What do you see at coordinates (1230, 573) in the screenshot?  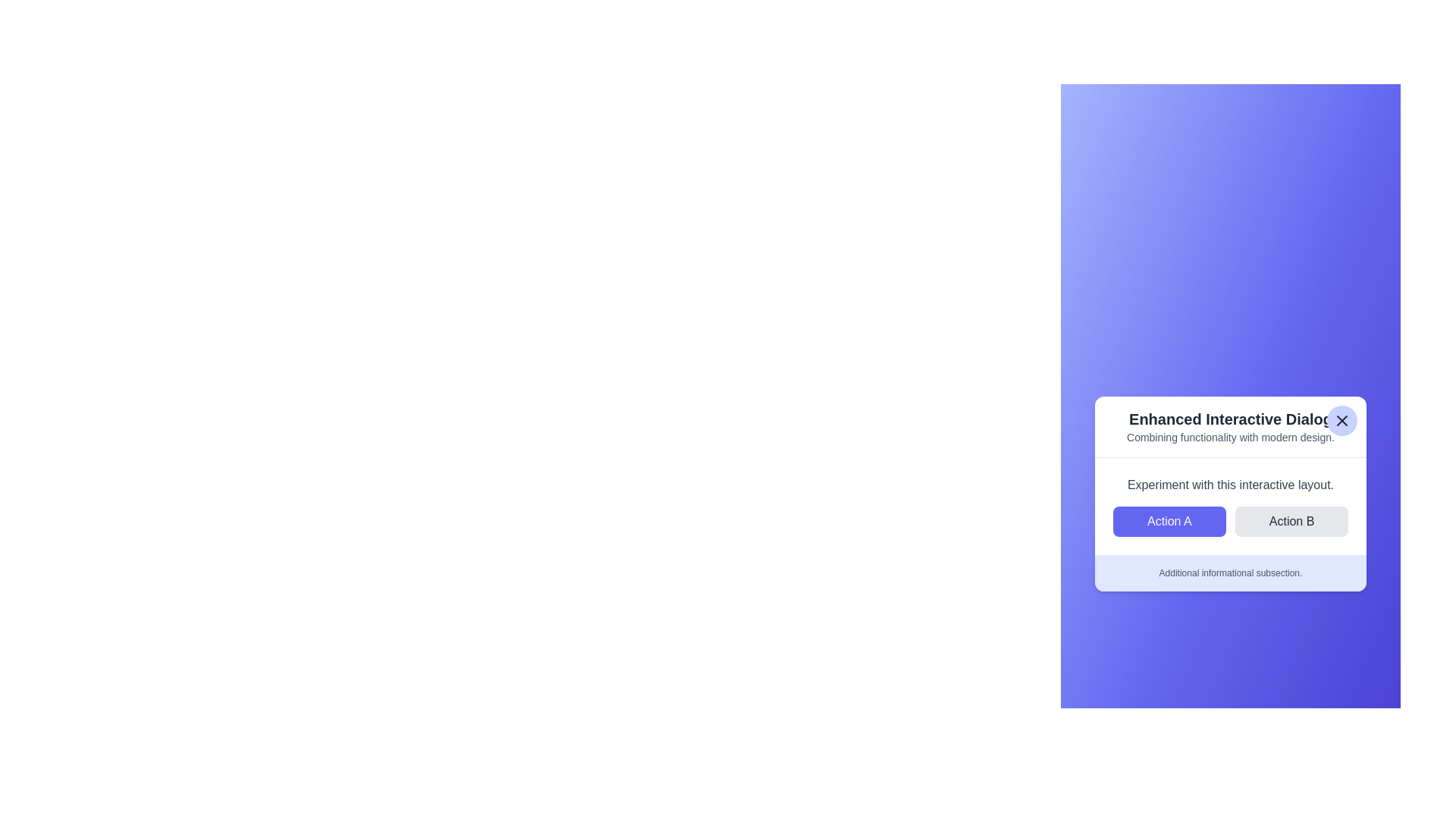 I see `the informational text section with a light indigo background that contains the text 'Additional informational subsection.' located at the bottom of the main dialog box` at bounding box center [1230, 573].